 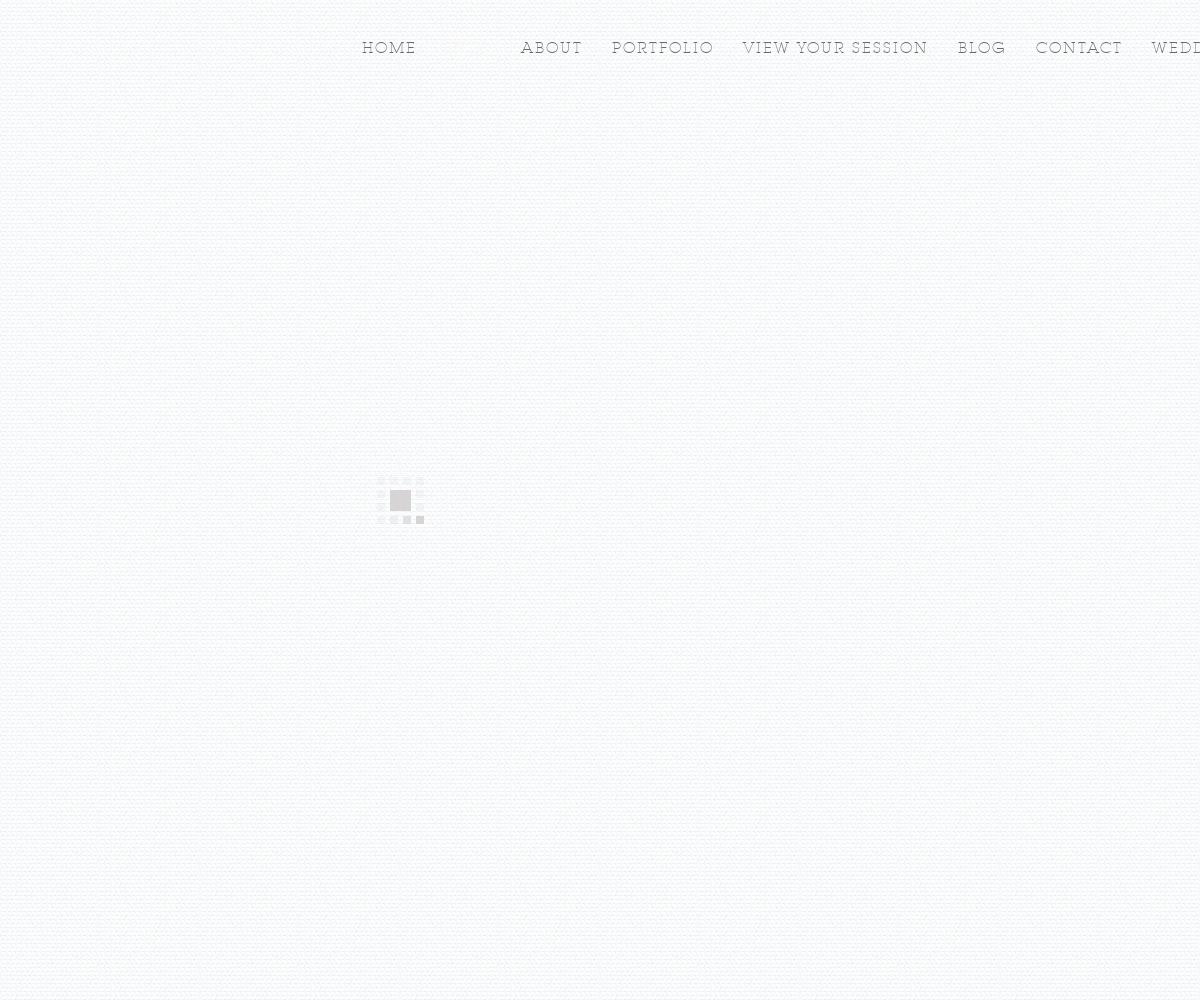 What do you see at coordinates (593, 415) in the screenshot?
I see `'Family, Children & Maternity Sessions: $250'` at bounding box center [593, 415].